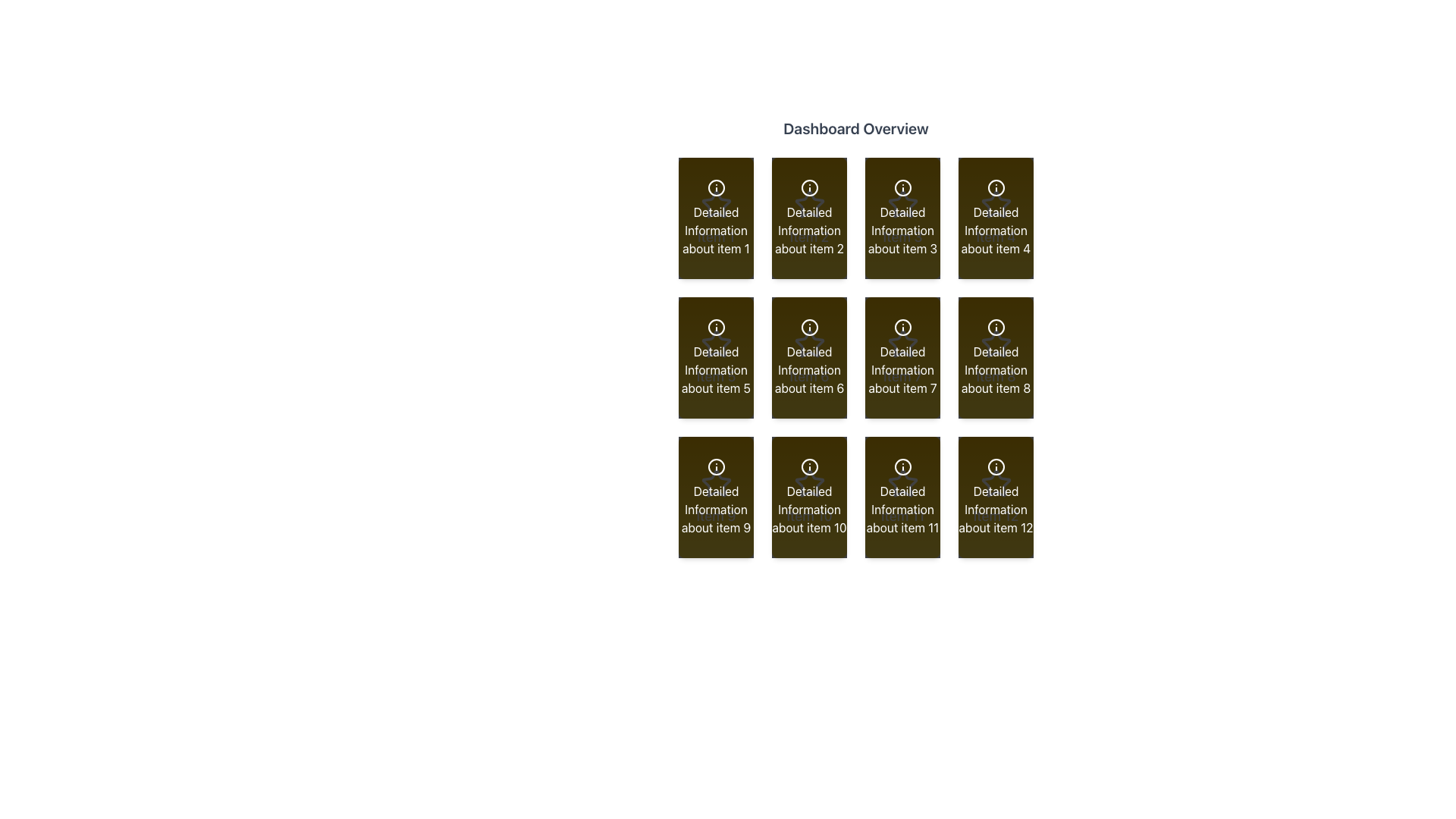  I want to click on the text label that displays the description for item 8, located in the second row and fourth column of the grid layout, so click(996, 370).